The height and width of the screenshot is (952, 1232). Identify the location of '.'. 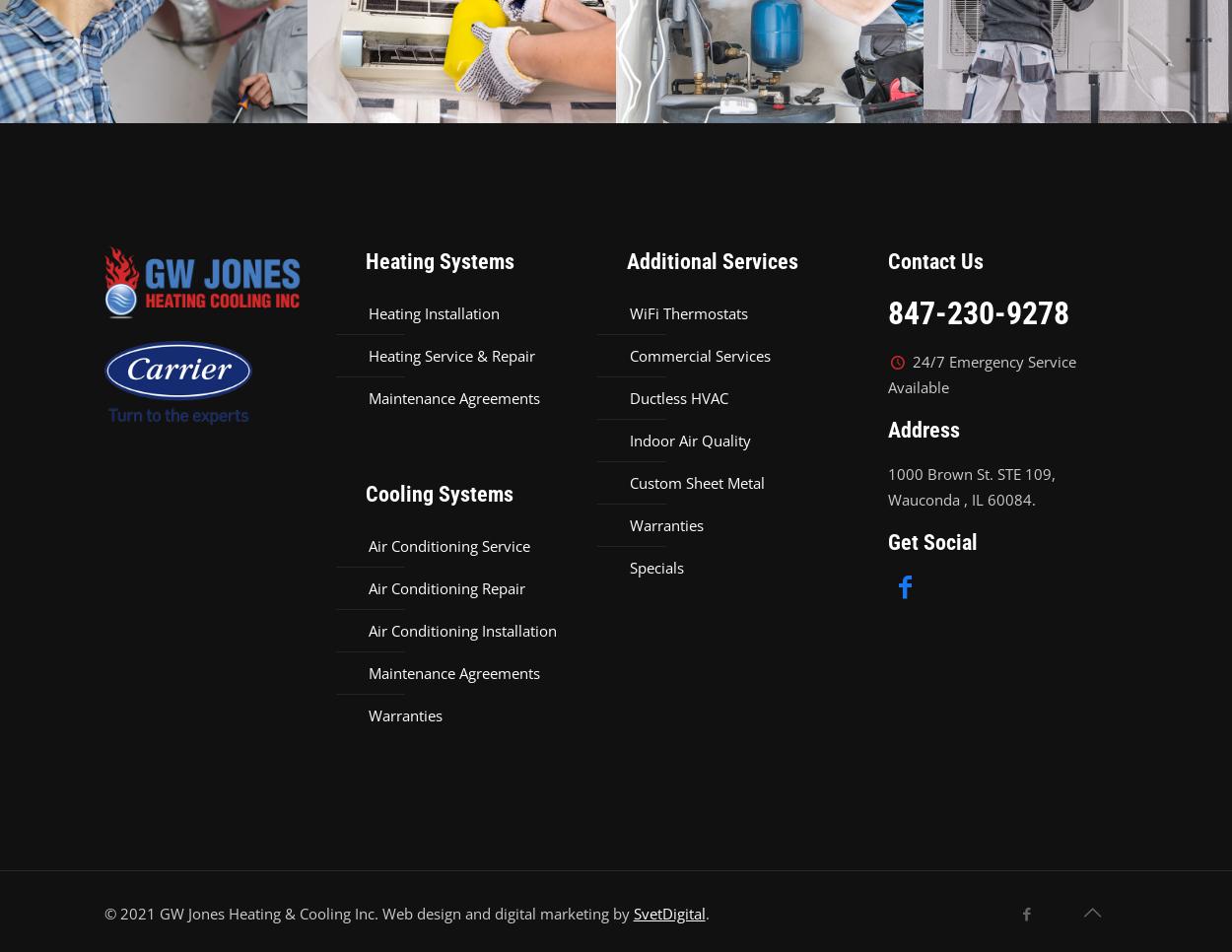
(706, 912).